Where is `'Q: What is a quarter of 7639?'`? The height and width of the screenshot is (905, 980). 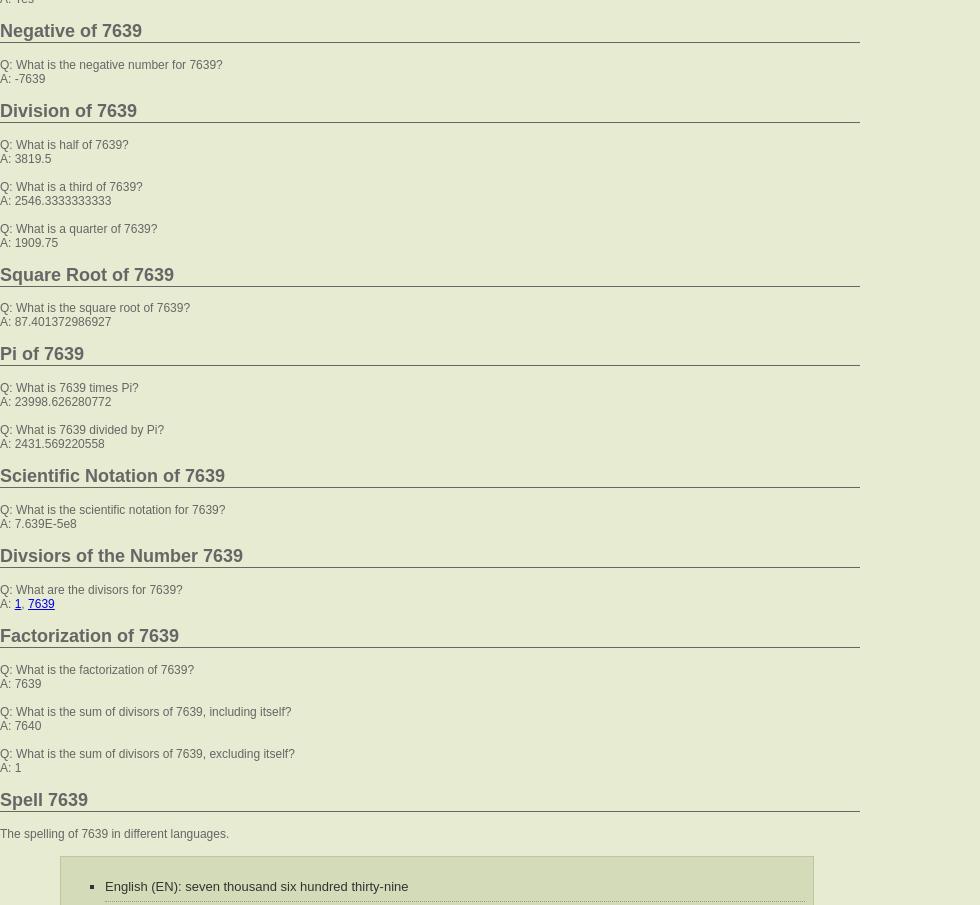
'Q: What is a quarter of 7639?' is located at coordinates (78, 226).